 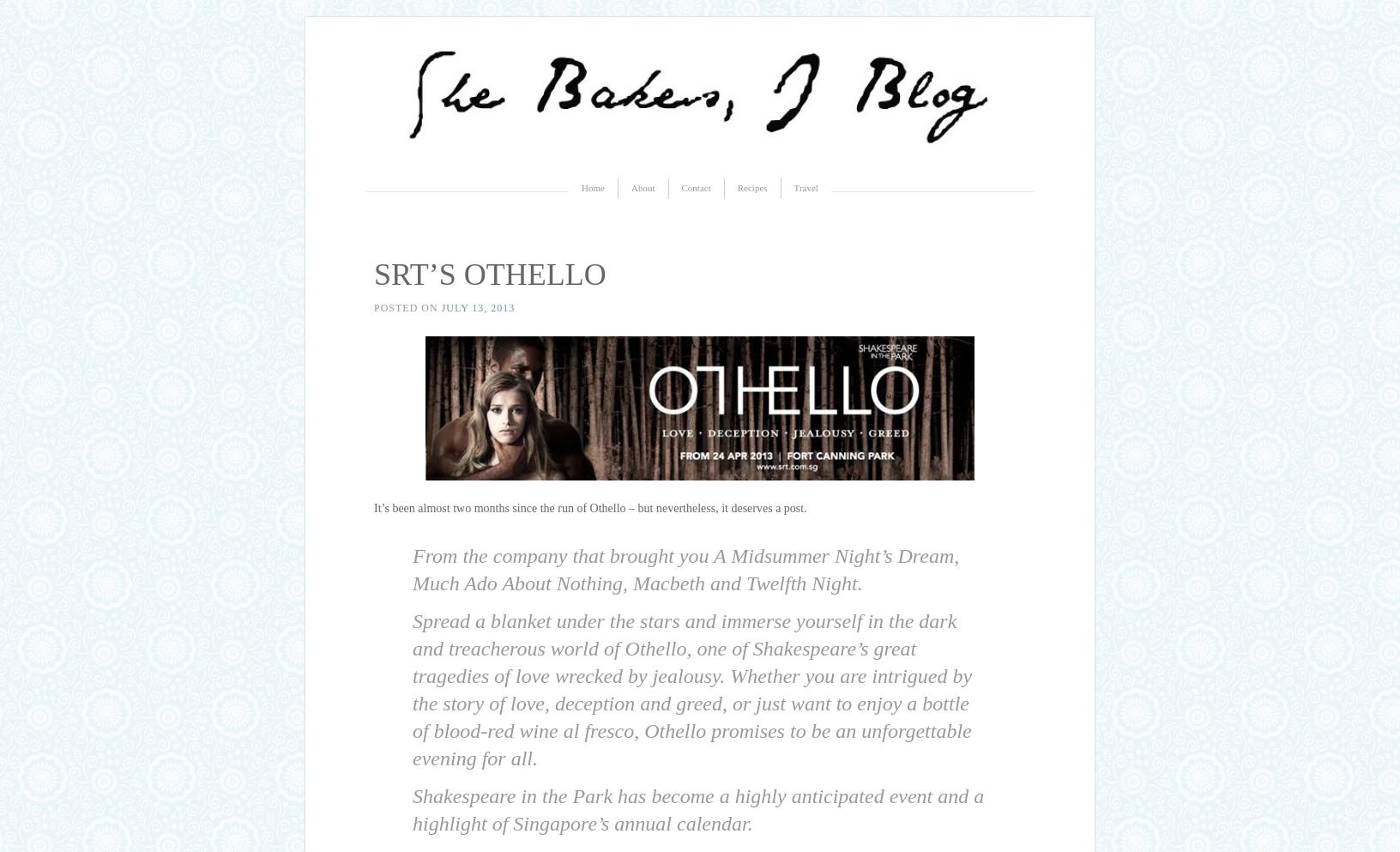 I want to click on 'Travel', so click(x=806, y=187).